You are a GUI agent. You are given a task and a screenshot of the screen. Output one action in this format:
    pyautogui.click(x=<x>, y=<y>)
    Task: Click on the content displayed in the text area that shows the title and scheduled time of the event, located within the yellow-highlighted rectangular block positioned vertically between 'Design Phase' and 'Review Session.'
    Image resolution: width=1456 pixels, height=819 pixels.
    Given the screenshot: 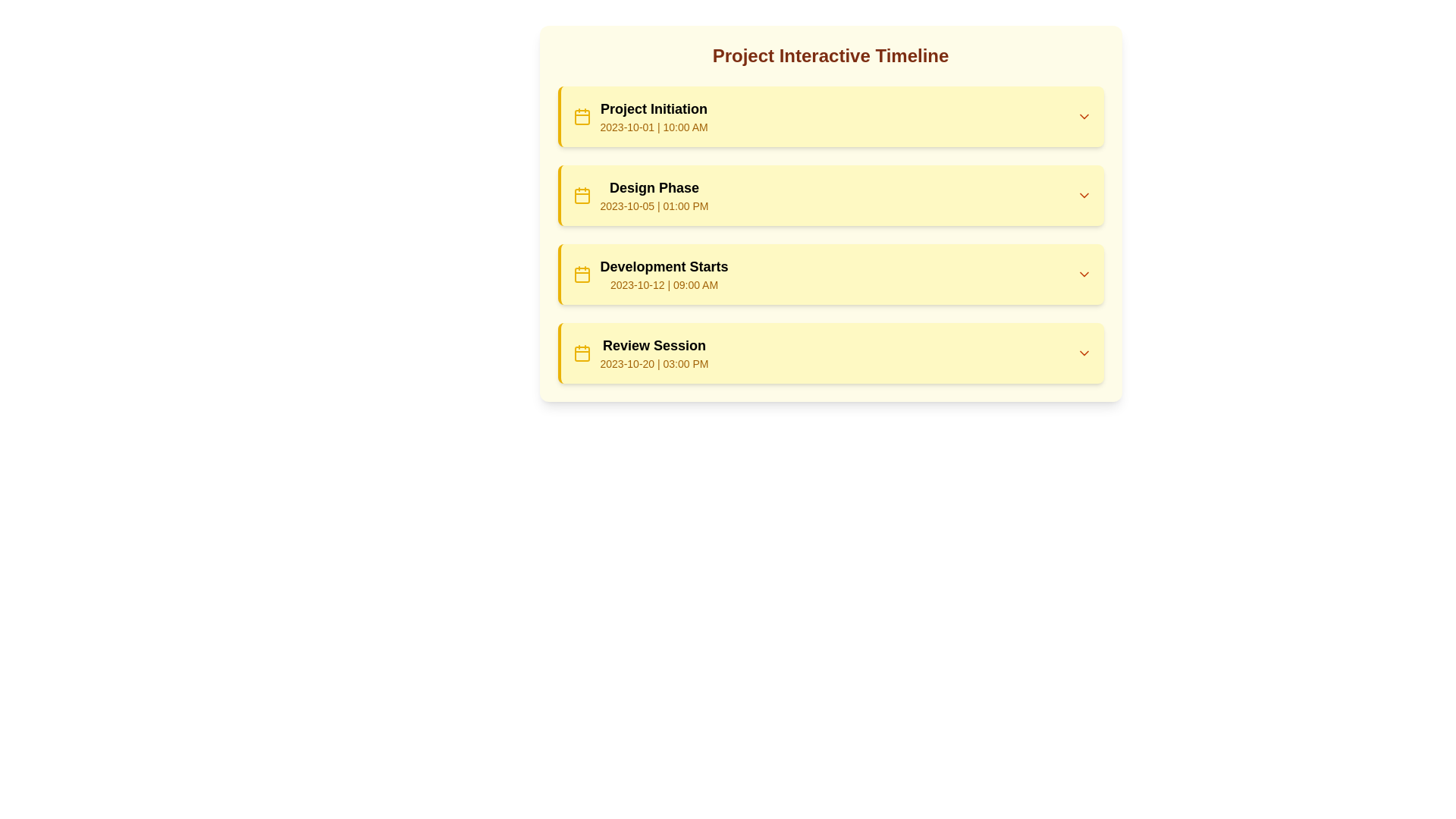 What is the action you would take?
    pyautogui.click(x=664, y=275)
    